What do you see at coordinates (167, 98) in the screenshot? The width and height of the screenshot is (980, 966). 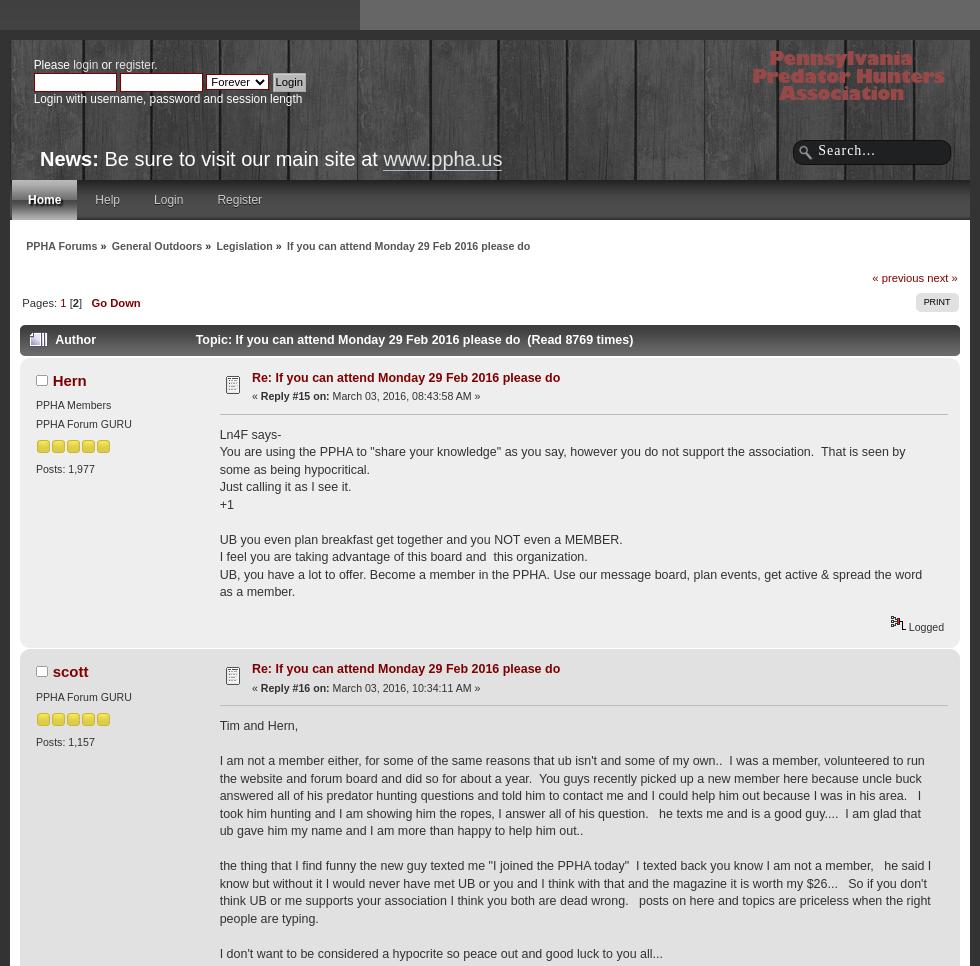 I see `'Login with username, password and session length'` at bounding box center [167, 98].